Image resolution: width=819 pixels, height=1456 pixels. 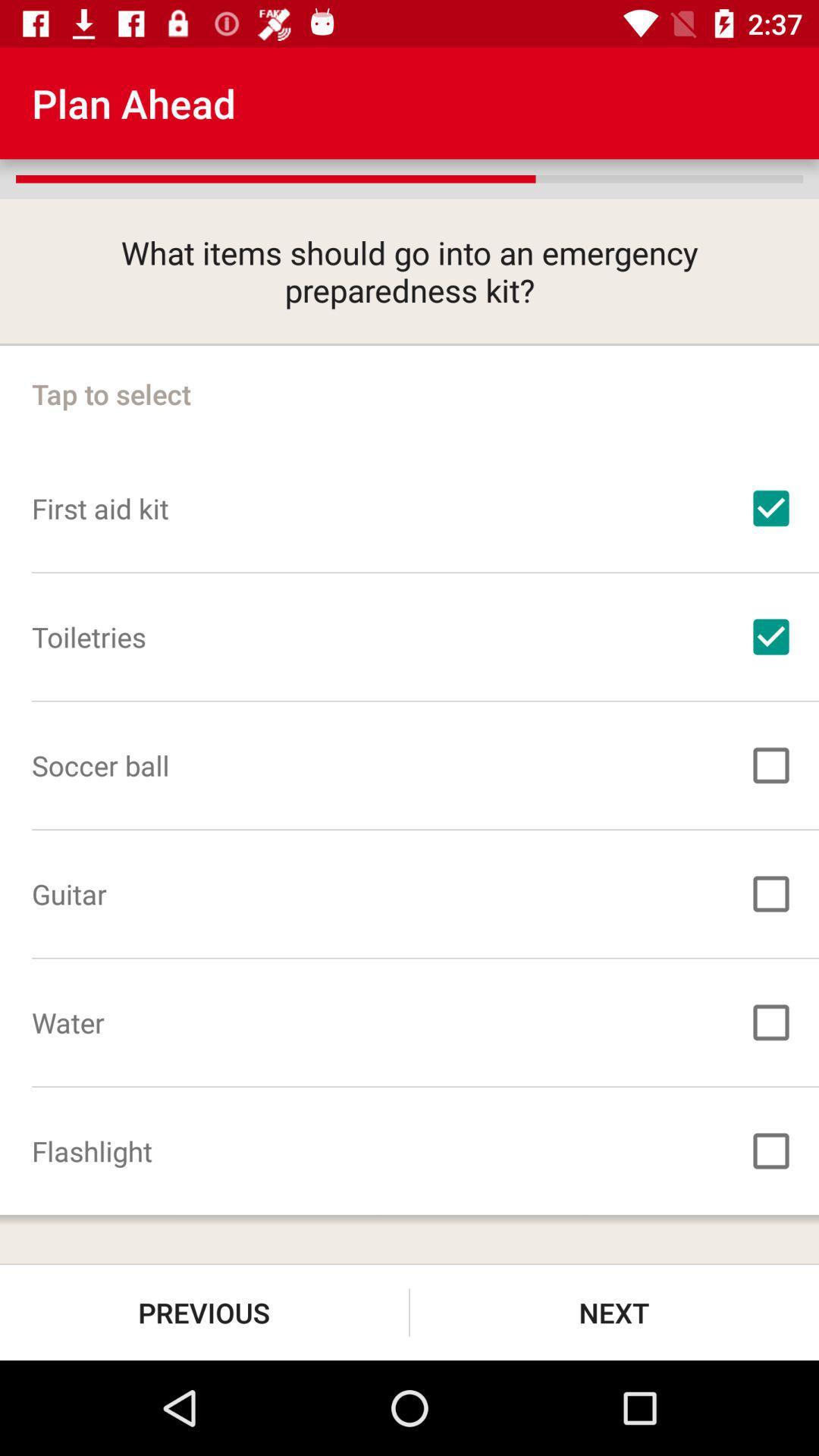 I want to click on the previous icon, so click(x=203, y=1312).